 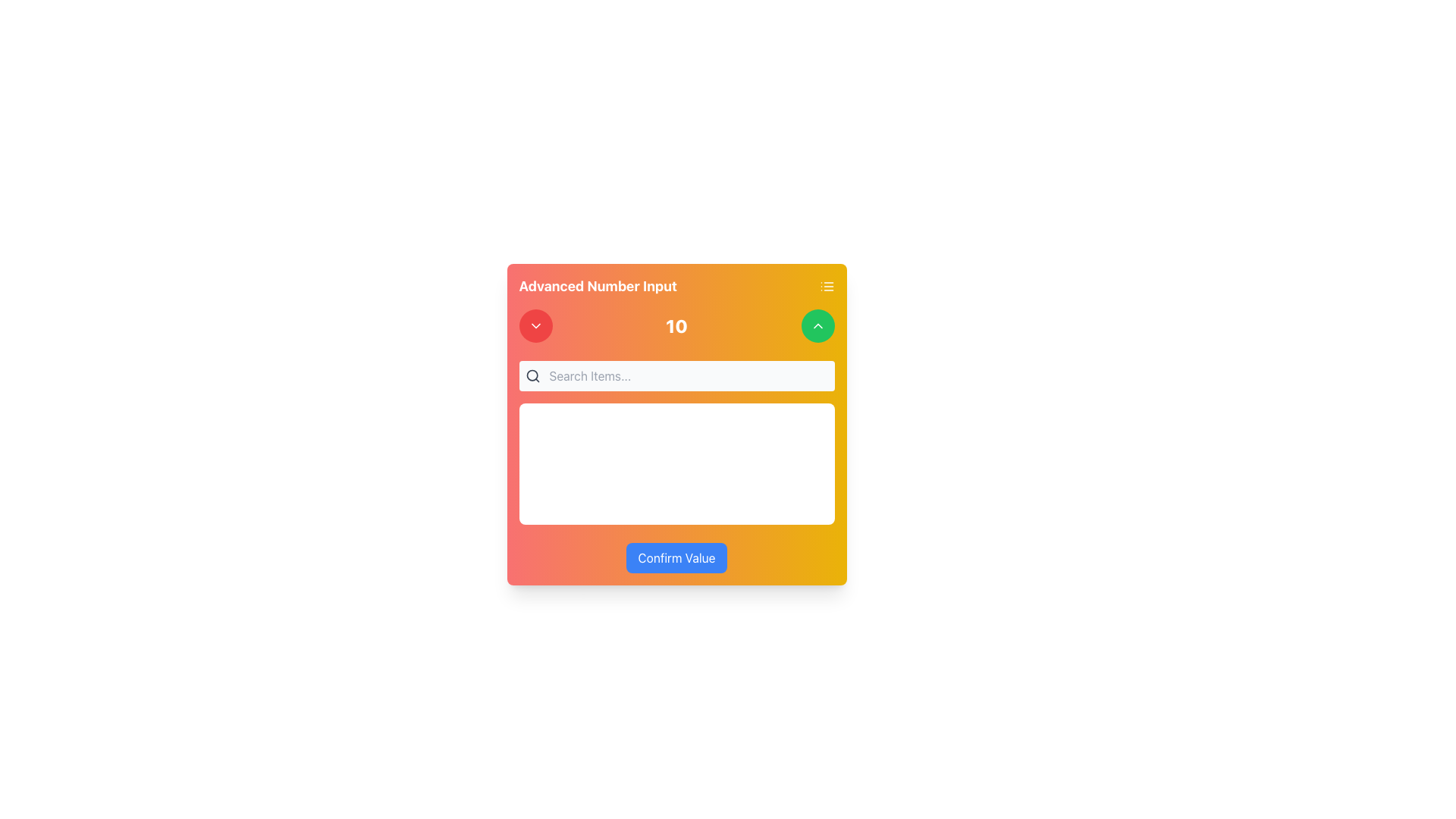 What do you see at coordinates (535, 325) in the screenshot?
I see `the downward-pointing chevron icon located centrally within the red circular button beneath the 'Advanced Number Input' header` at bounding box center [535, 325].